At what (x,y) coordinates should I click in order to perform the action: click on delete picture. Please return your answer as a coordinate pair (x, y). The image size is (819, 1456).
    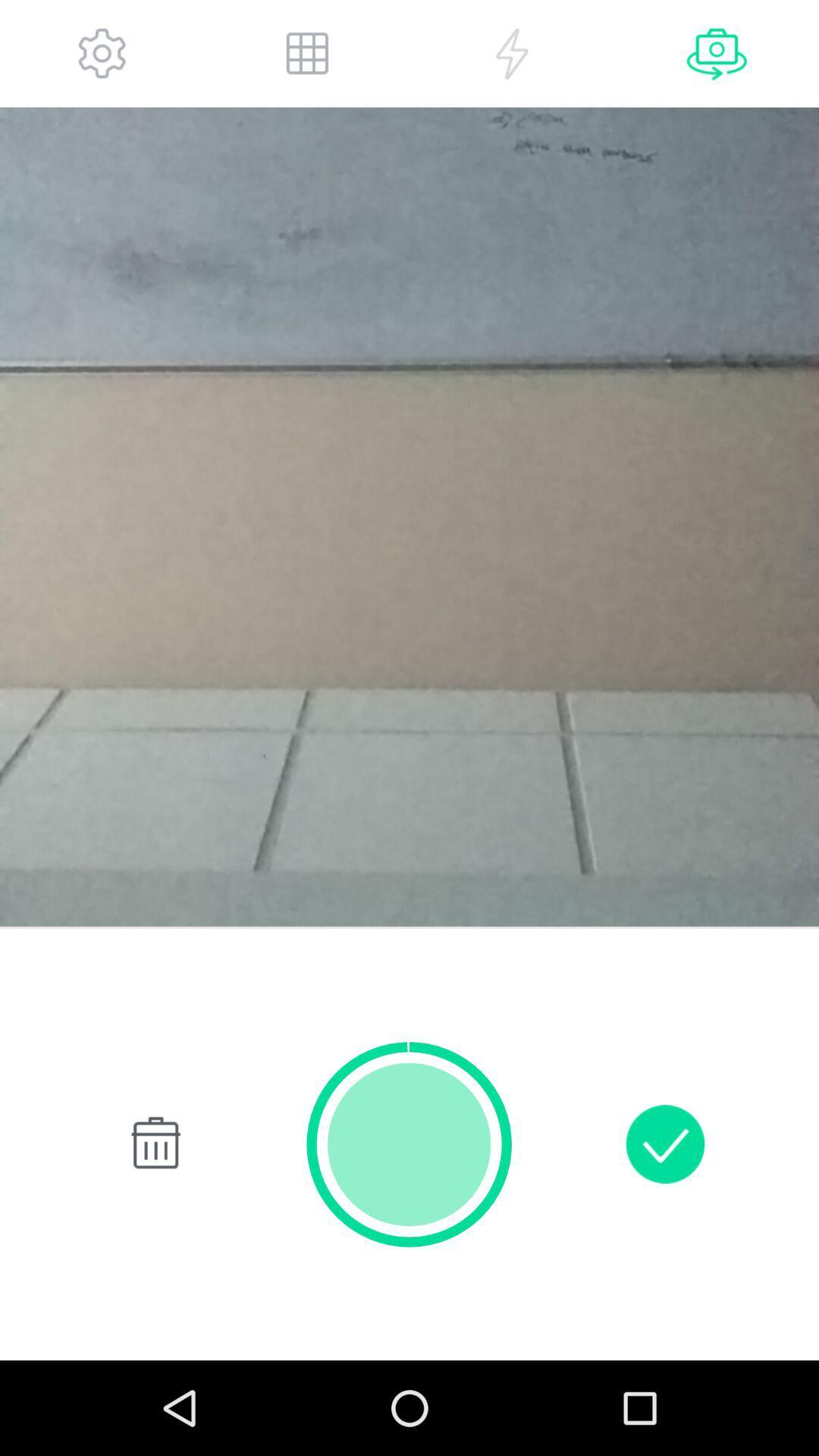
    Looking at the image, I should click on (152, 1144).